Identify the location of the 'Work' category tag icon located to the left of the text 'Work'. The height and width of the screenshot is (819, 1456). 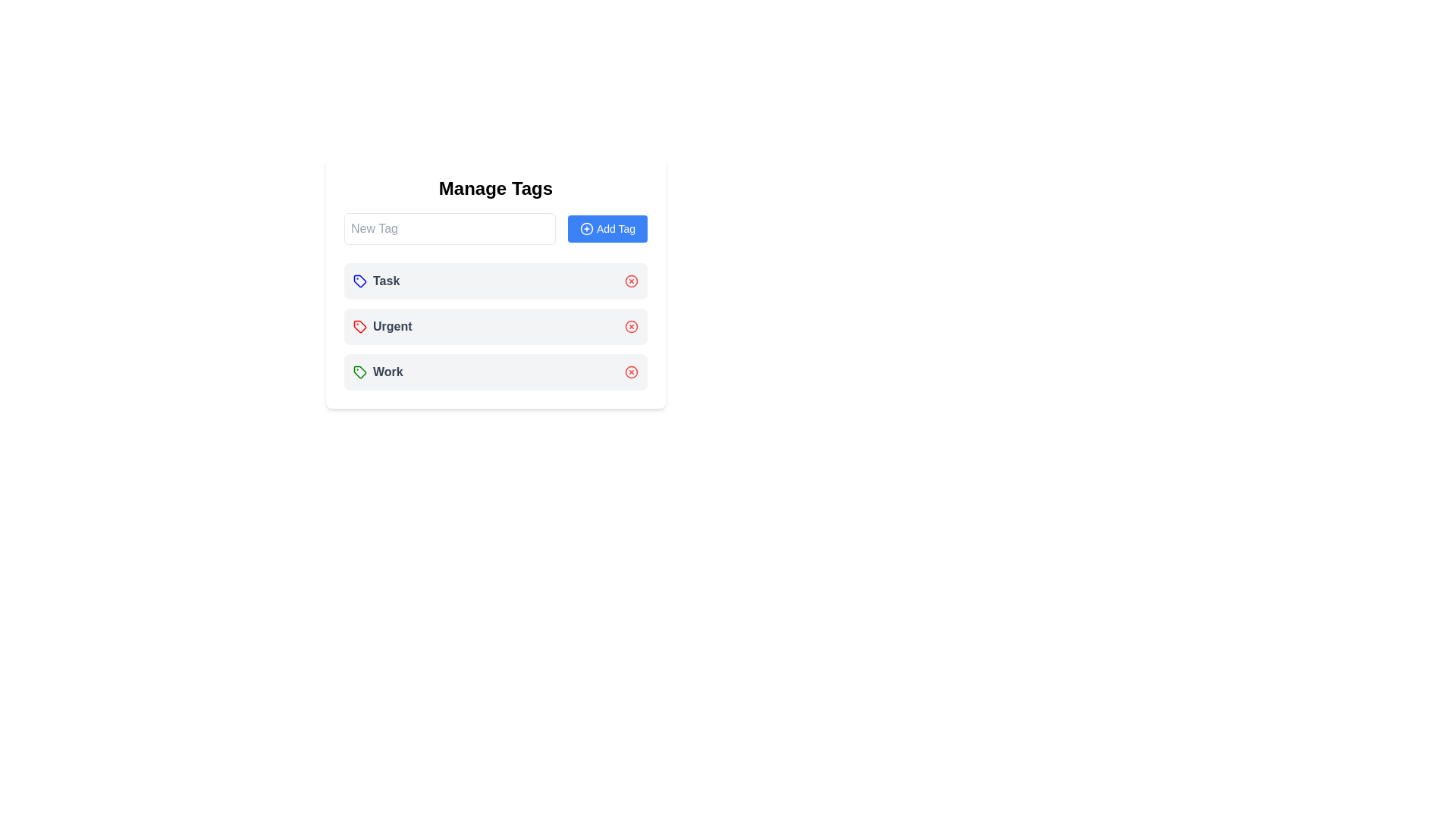
(359, 372).